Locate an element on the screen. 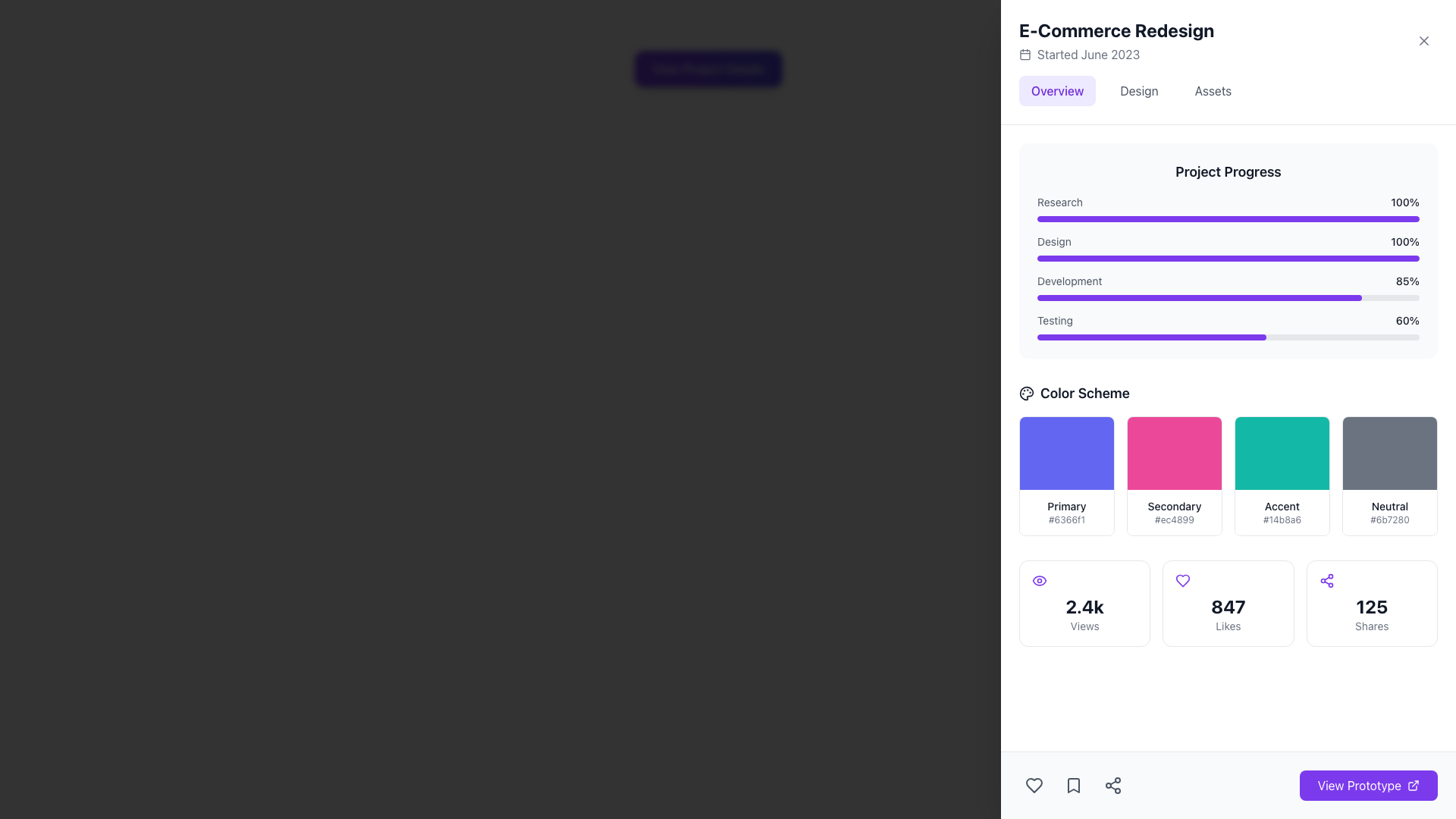  the share icon button located in the bottom toolbar, which visually resembles three connected nodes in a triangular arrangement is located at coordinates (1113, 785).